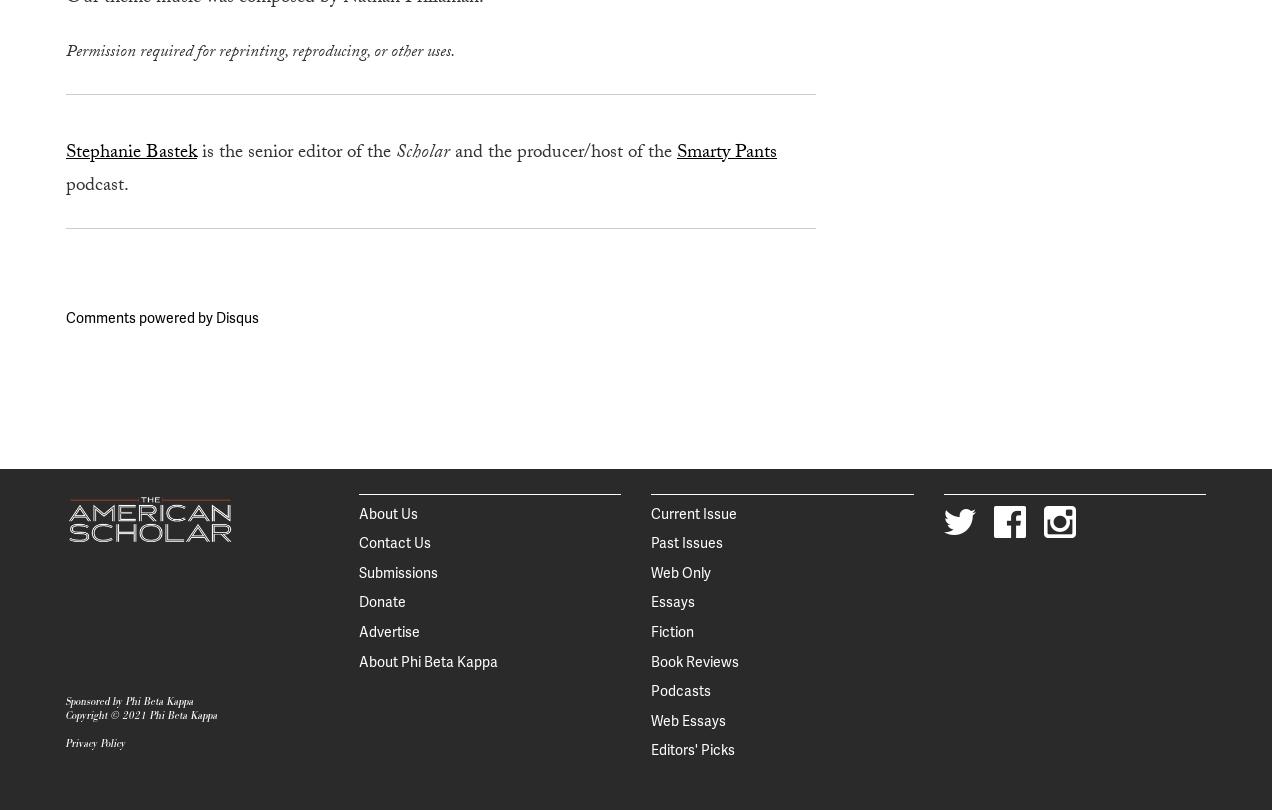 This screenshot has width=1272, height=810. I want to click on 'and the producer/host of the', so click(449, 153).